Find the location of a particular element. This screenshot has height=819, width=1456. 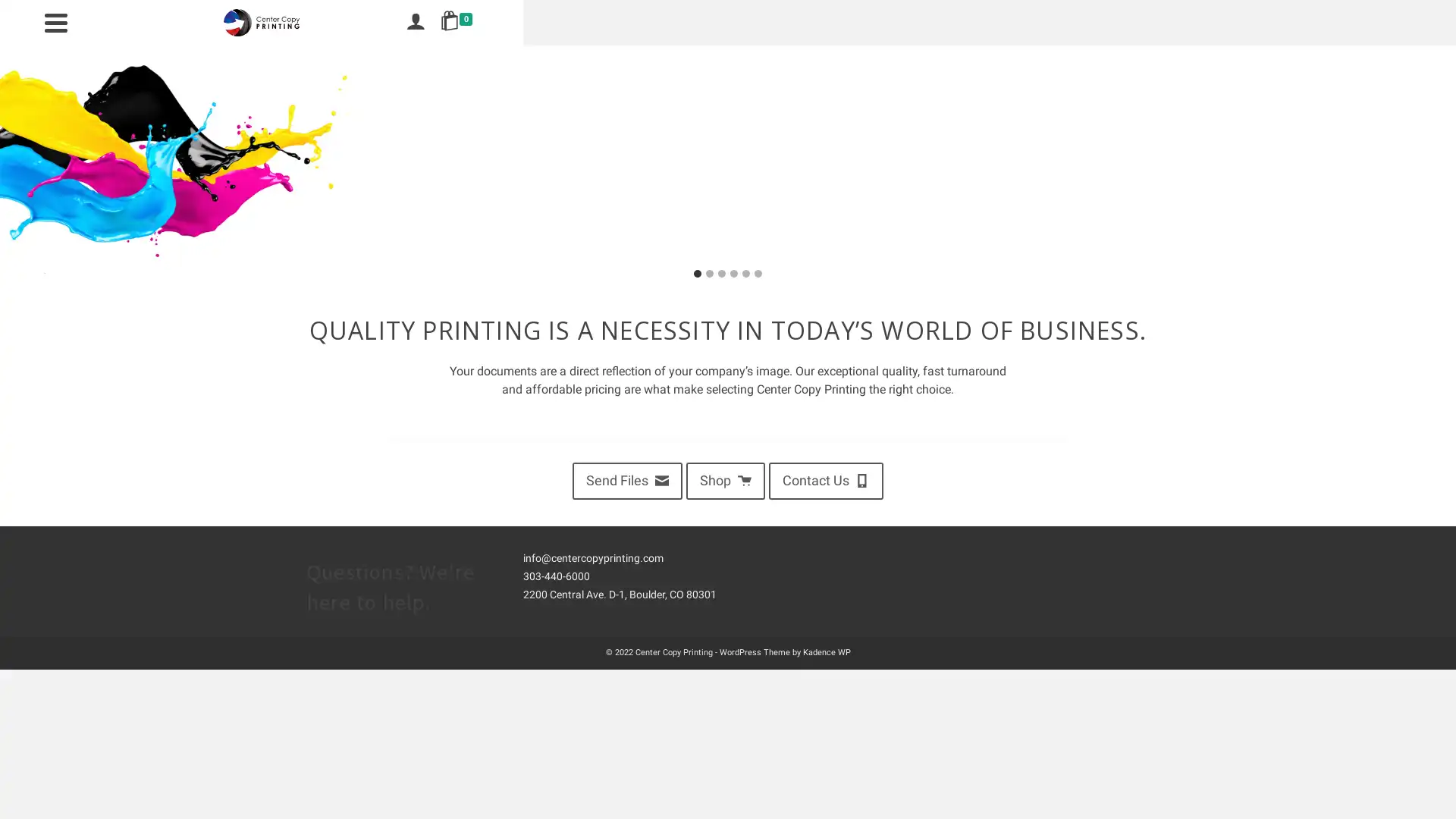

Go to slide 3 is located at coordinates (720, 371).